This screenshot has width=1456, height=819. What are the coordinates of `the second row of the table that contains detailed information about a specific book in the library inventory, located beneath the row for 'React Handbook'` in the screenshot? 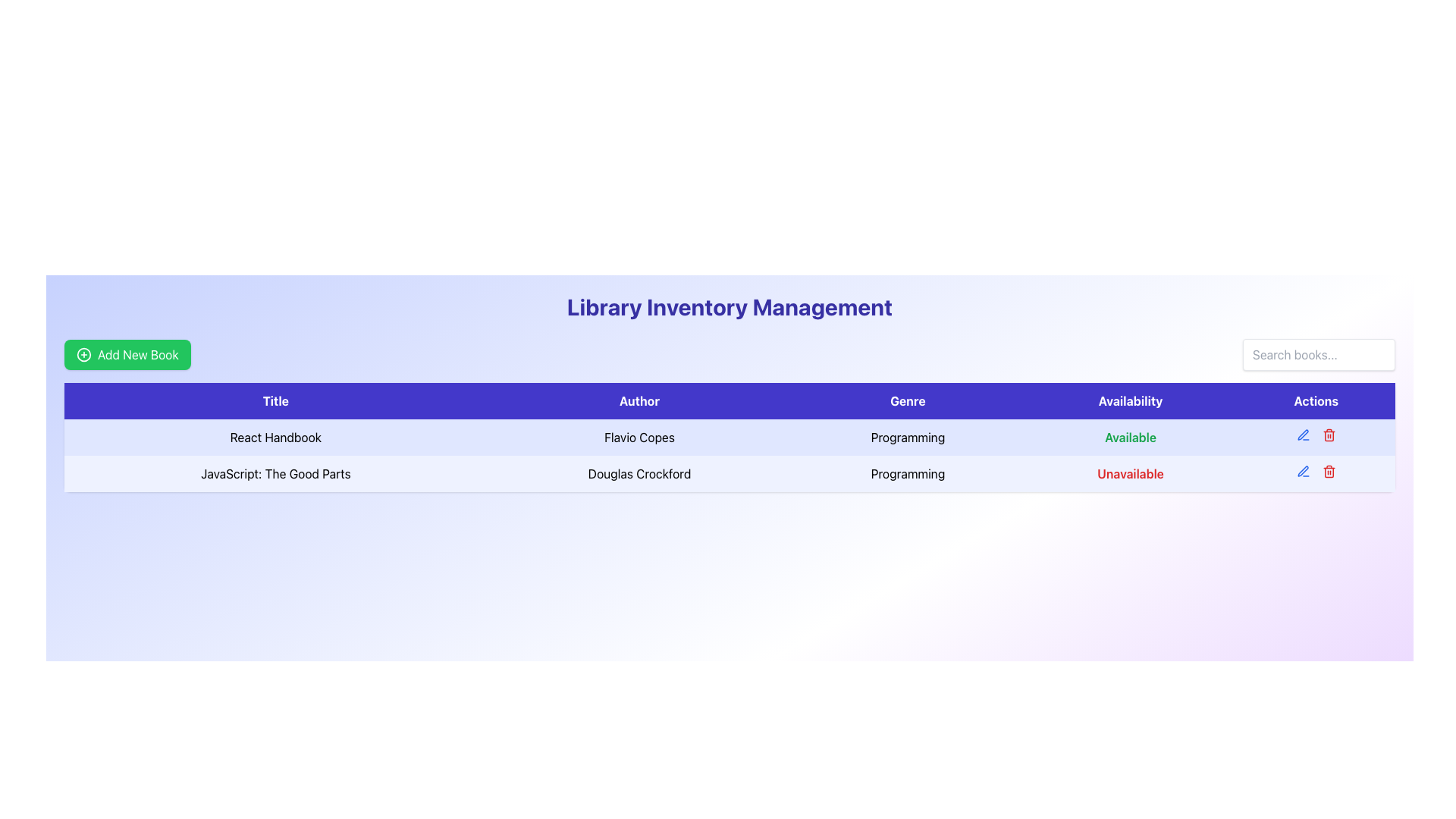 It's located at (730, 472).